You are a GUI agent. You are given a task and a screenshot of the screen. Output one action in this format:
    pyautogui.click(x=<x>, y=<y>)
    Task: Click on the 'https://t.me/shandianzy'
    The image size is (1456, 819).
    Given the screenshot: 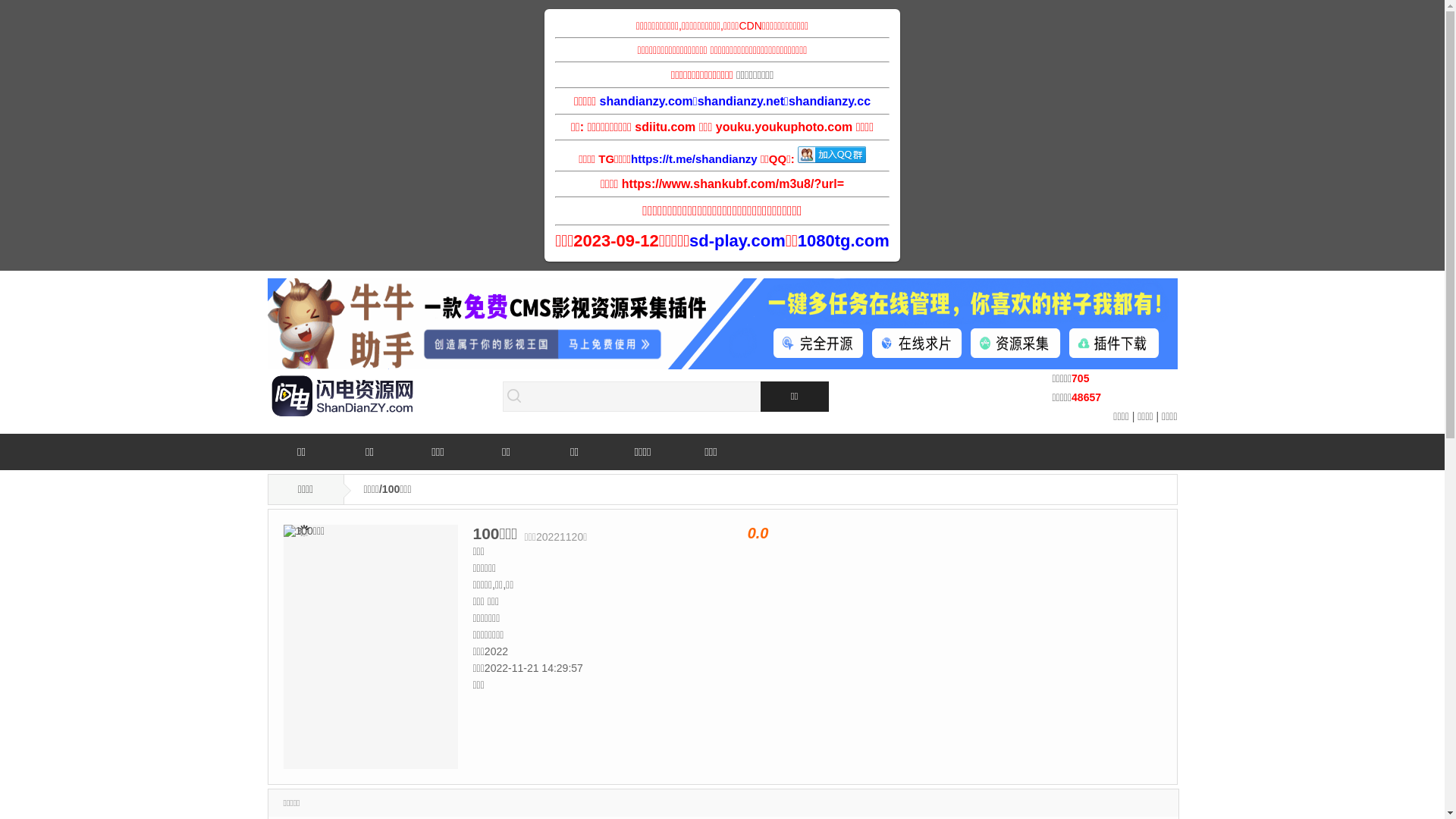 What is the action you would take?
    pyautogui.click(x=630, y=158)
    